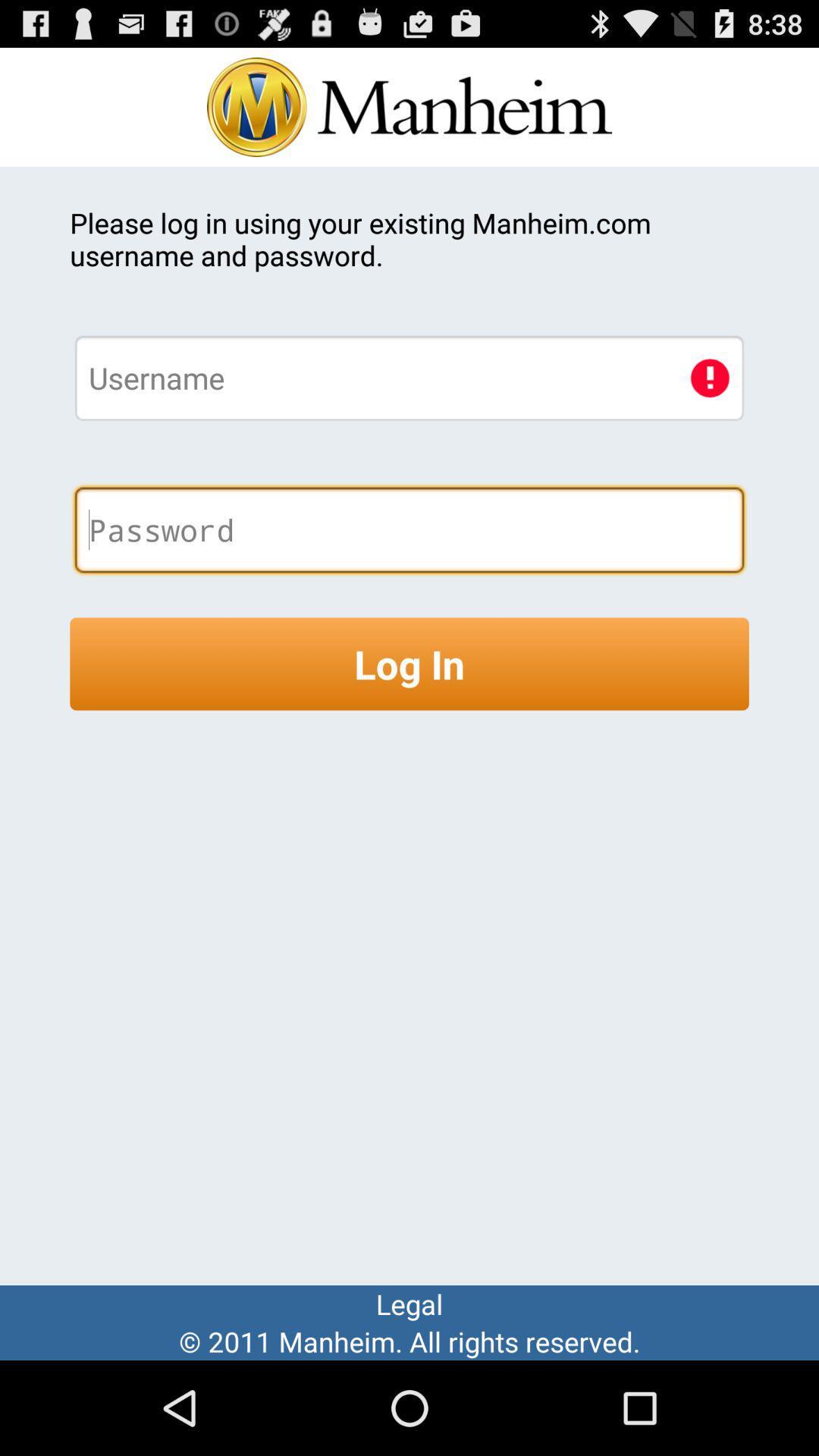 This screenshot has height=1456, width=819. I want to click on app above 2011 manheim all app, so click(409, 1303).